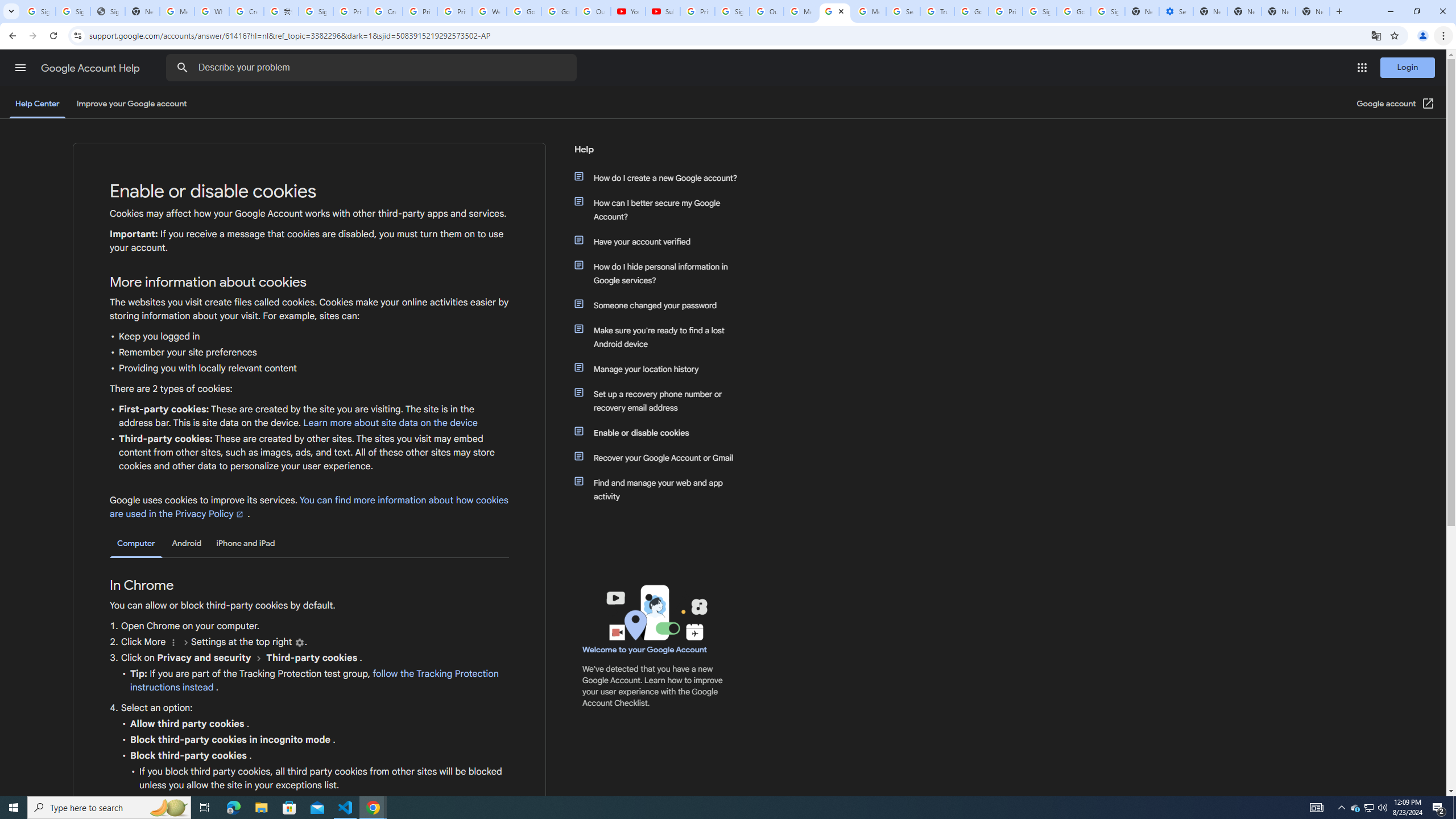 This screenshot has height=819, width=1456. Describe the element at coordinates (186, 543) in the screenshot. I see `'Android'` at that location.